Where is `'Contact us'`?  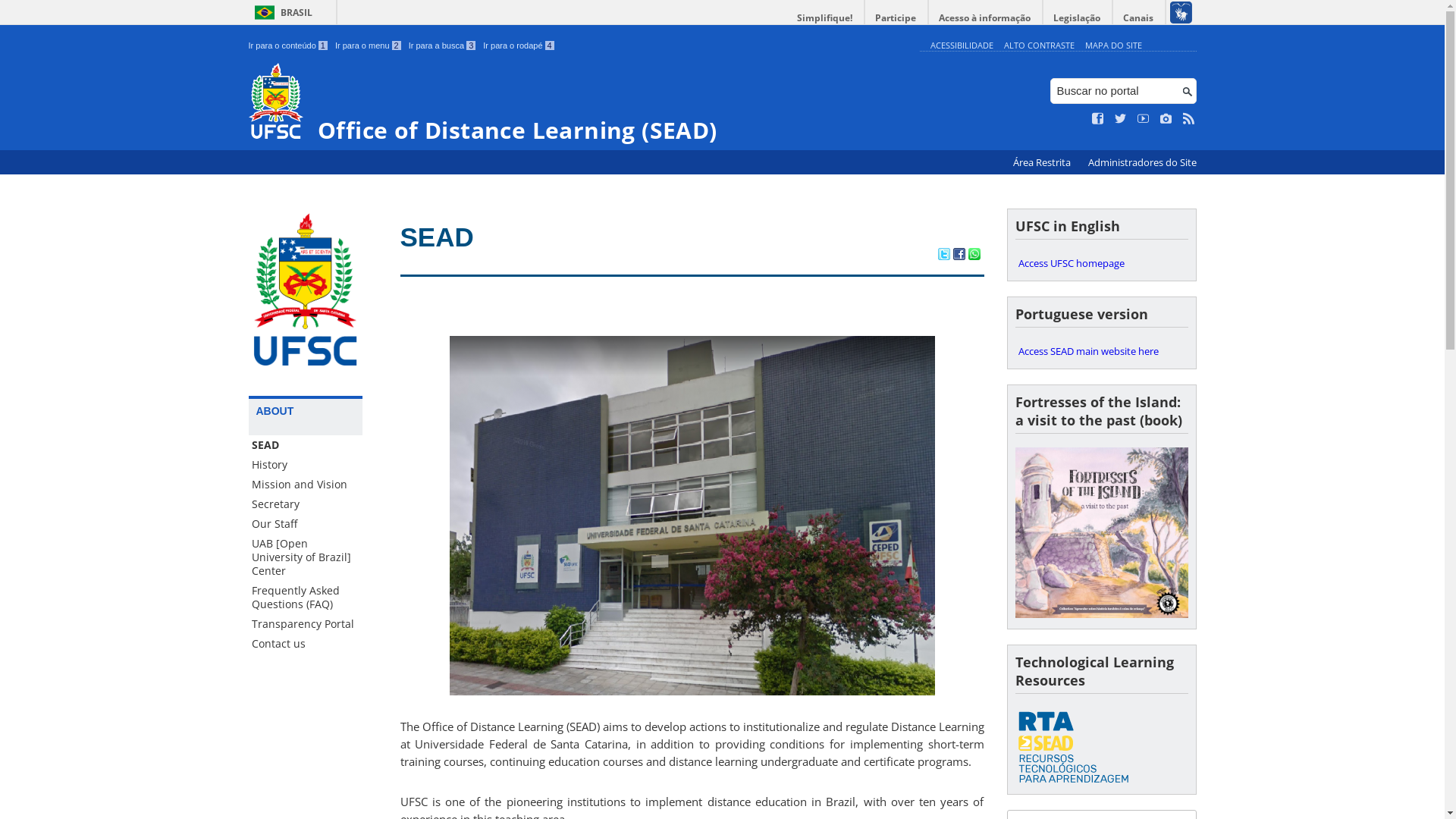 'Contact us' is located at coordinates (305, 643).